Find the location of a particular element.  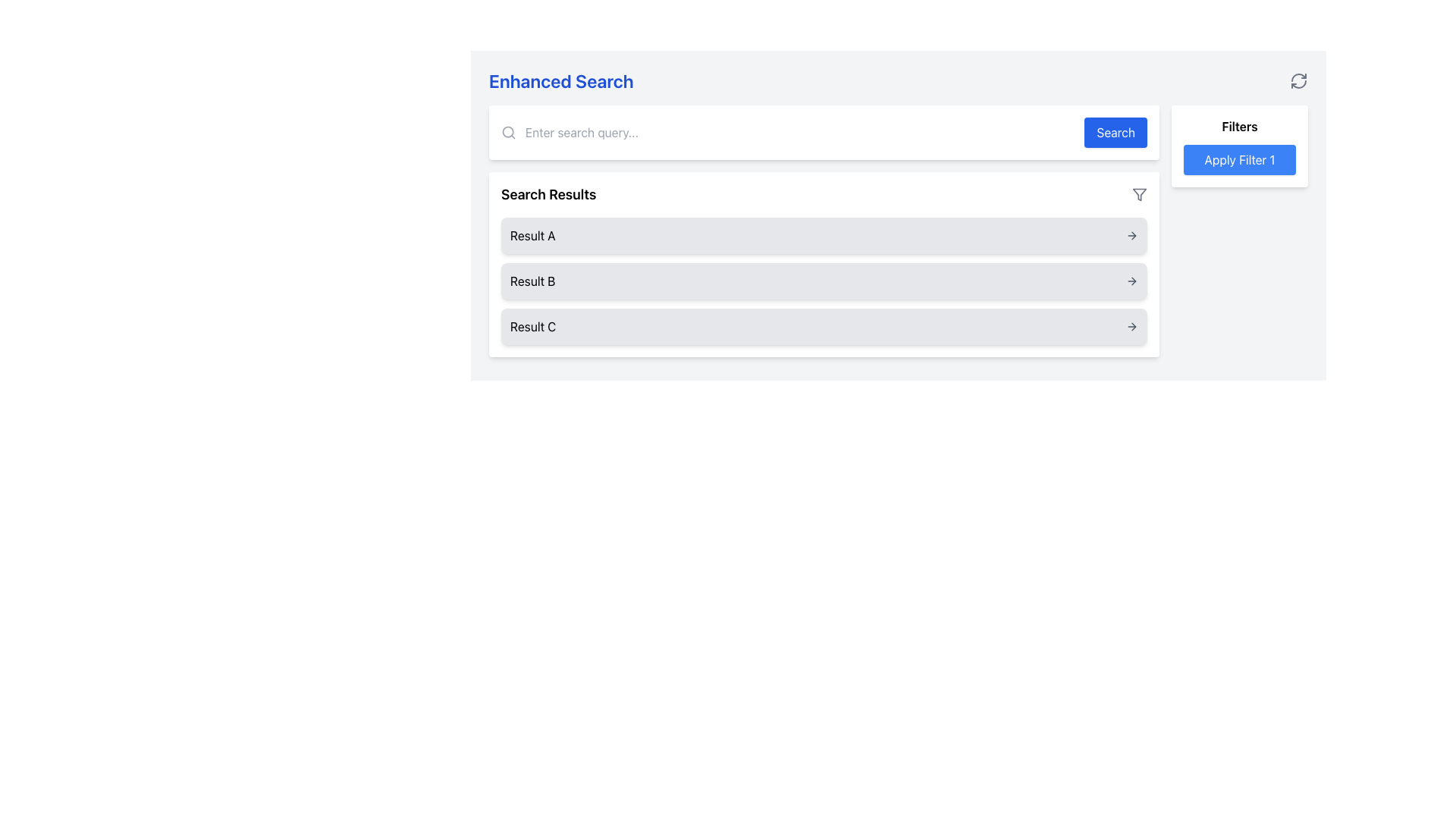

the first item in the search results list labeled 'Result A' is located at coordinates (823, 236).